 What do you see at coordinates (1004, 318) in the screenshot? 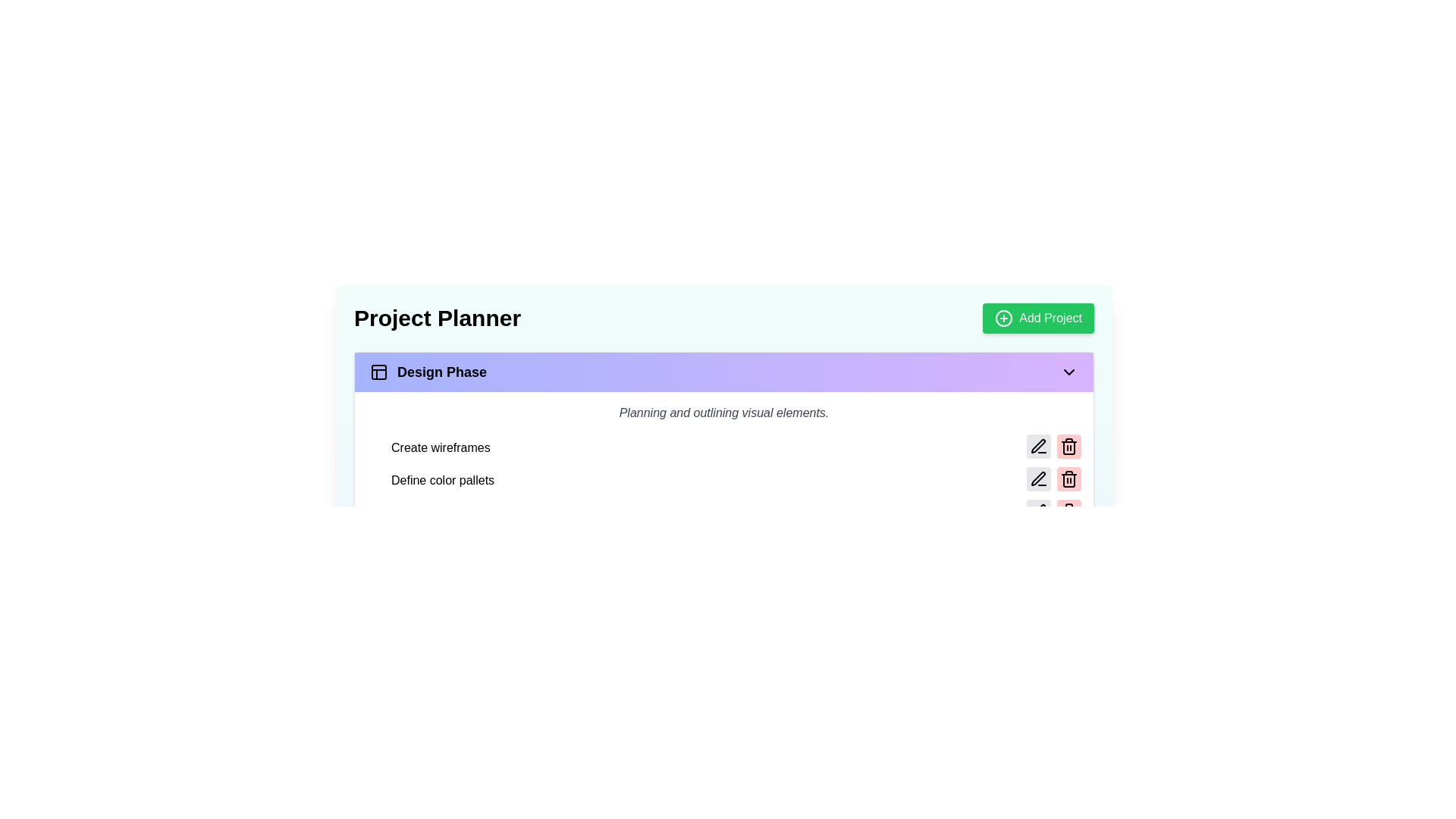
I see `the icon representing the action of adding a new project or item located within the 'Add Project' button at the top-right corner of the interface` at bounding box center [1004, 318].